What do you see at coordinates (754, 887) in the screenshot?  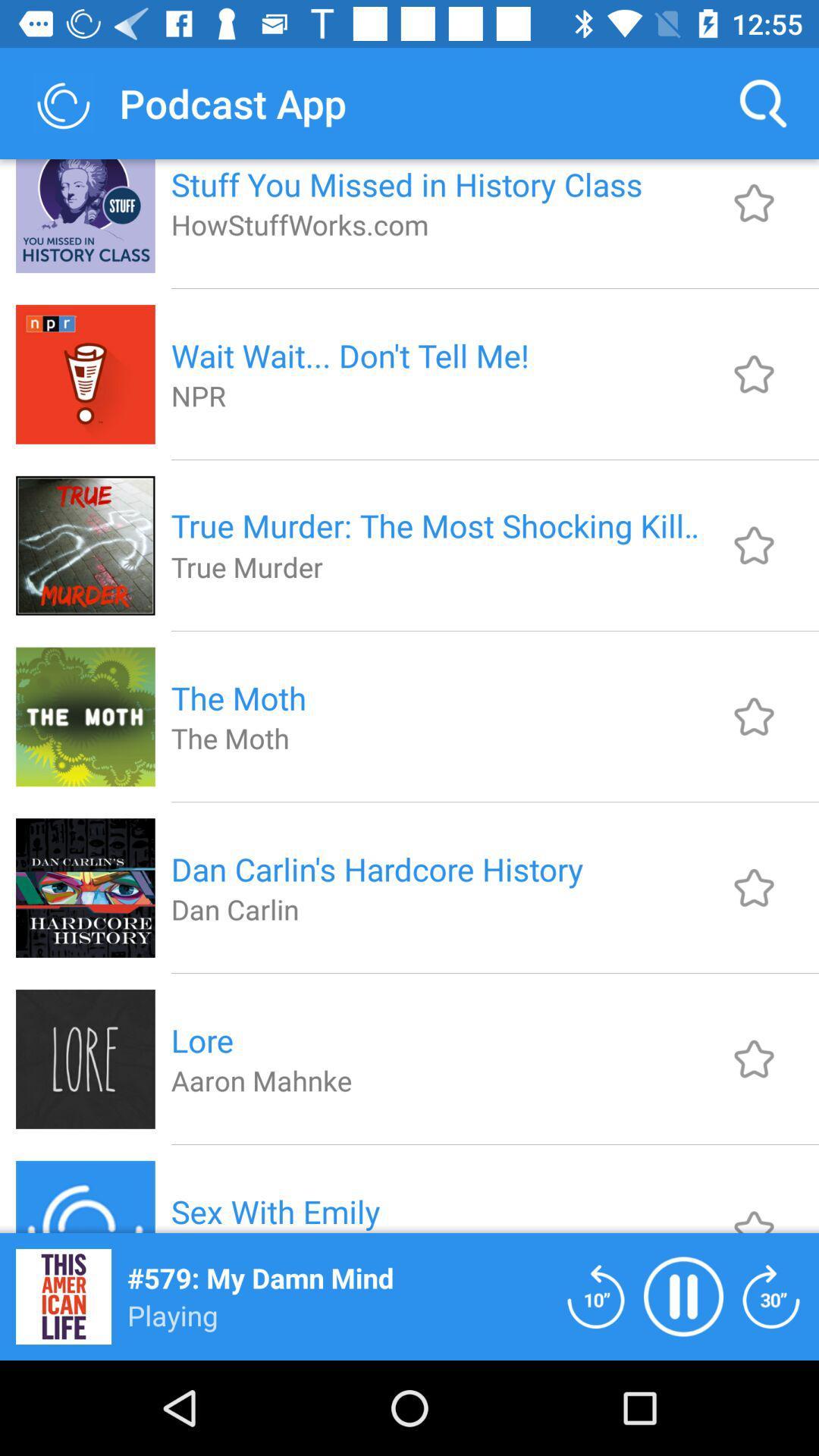 I see `favourite` at bounding box center [754, 887].